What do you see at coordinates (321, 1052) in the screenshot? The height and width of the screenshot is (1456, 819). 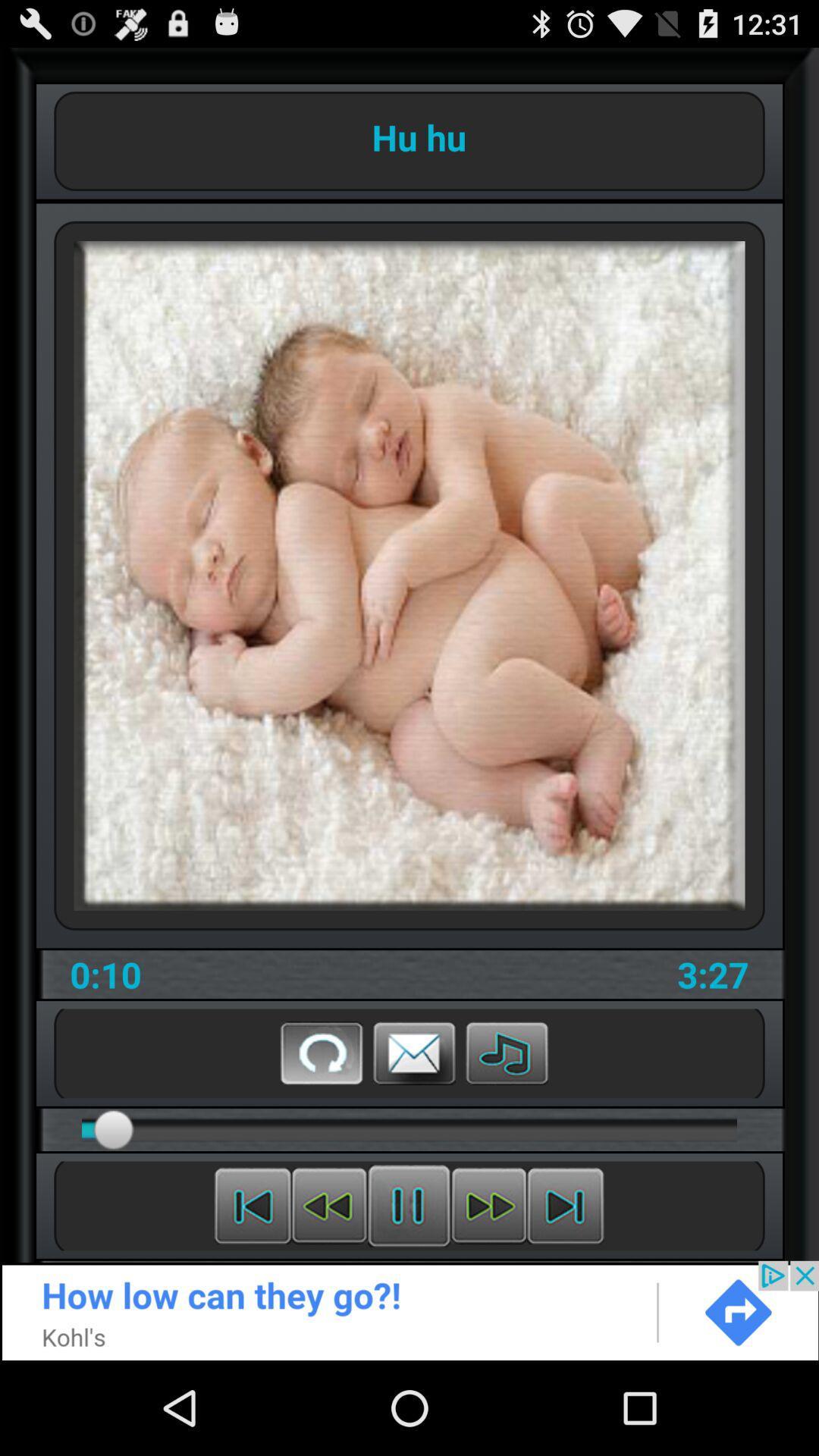 I see `the refresh button on the web page` at bounding box center [321, 1052].